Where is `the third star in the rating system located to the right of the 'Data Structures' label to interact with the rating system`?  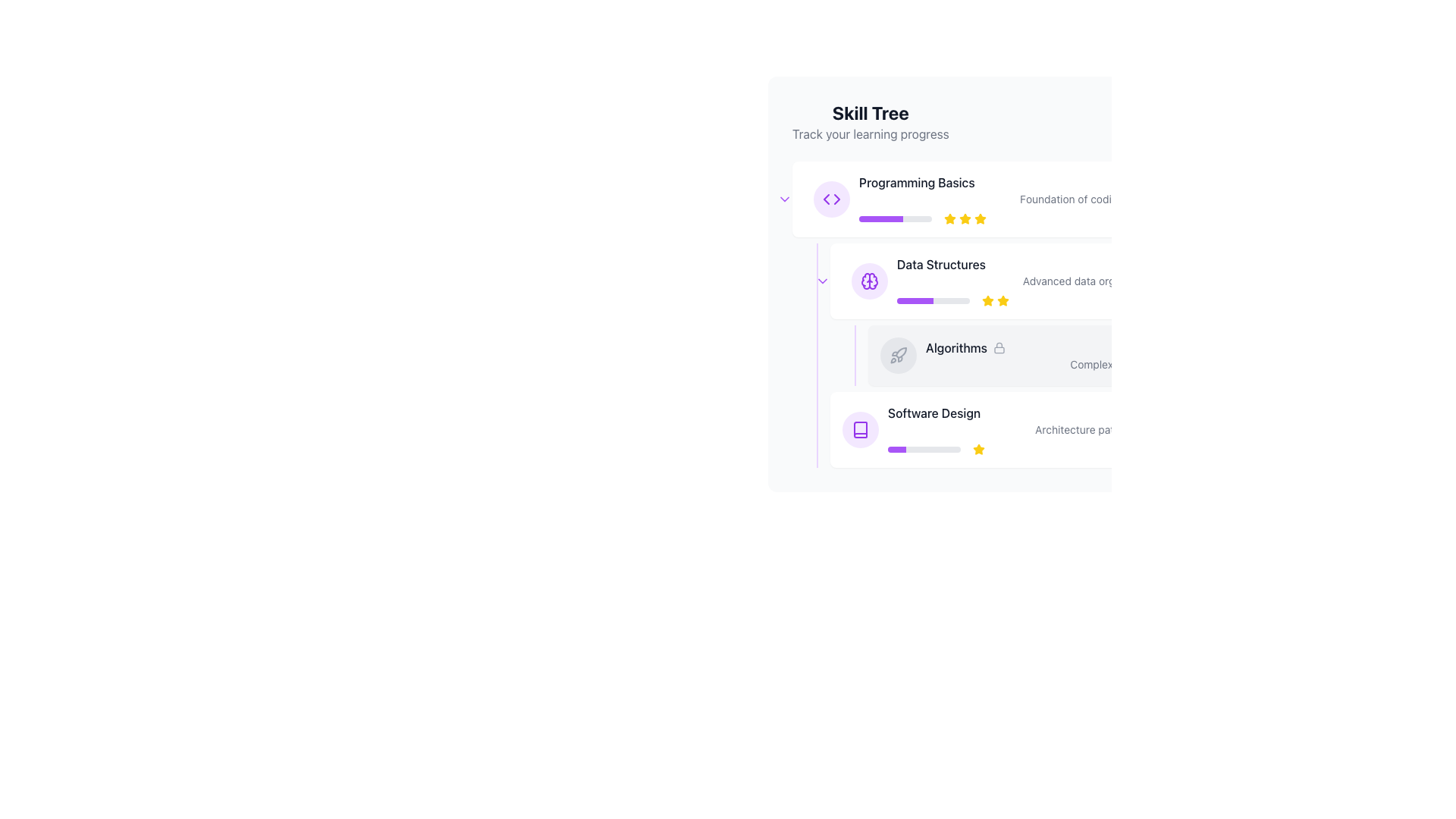
the third star in the rating system located to the right of the 'Data Structures' label to interact with the rating system is located at coordinates (1003, 301).